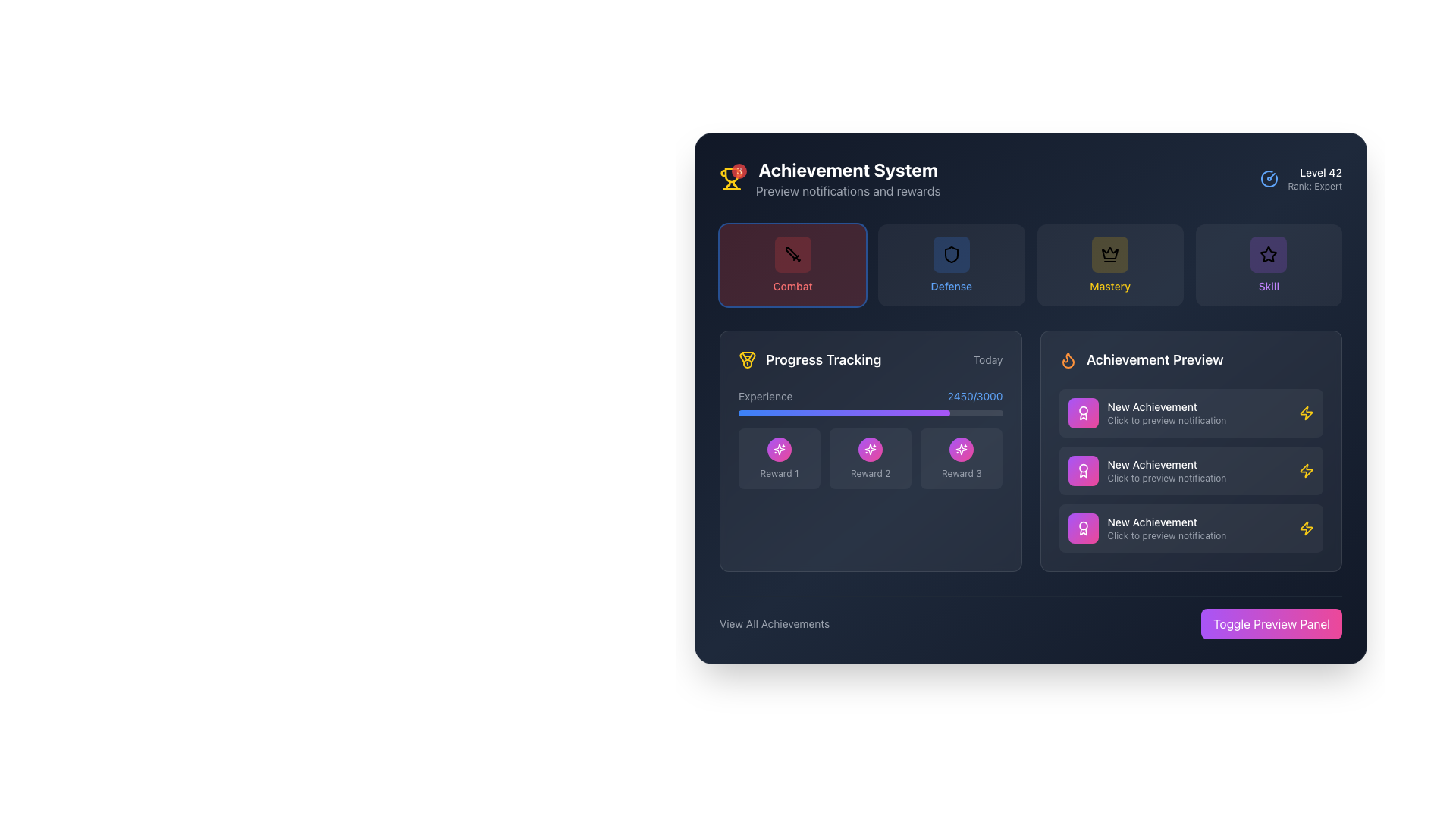  I want to click on the 'Defense' button, which is the second card in a group of four cards aligned horizontally, featuring a shield icon and the word 'Defense' in light blue below it, so click(950, 265).